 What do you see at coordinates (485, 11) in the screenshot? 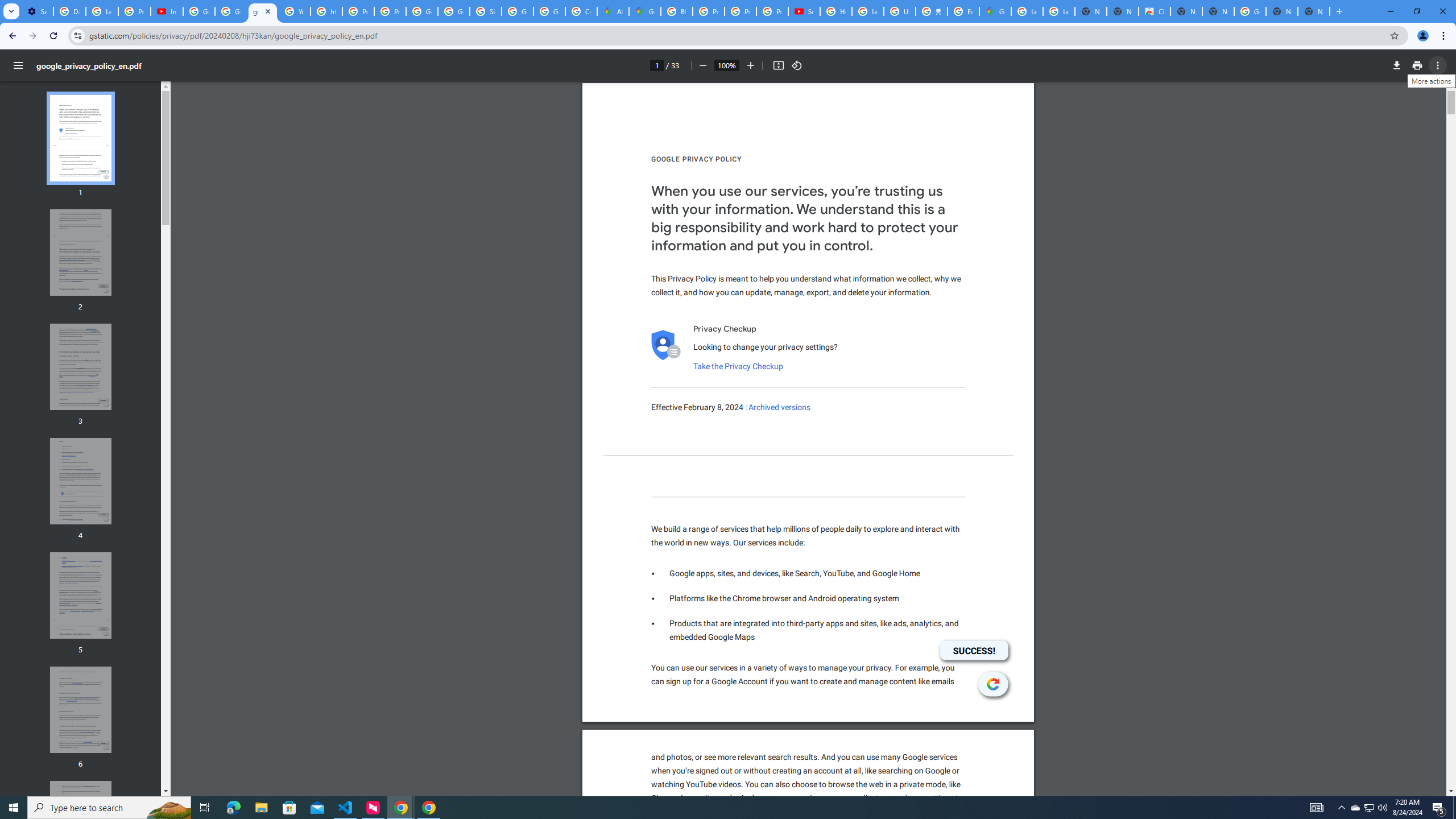
I see `'Sign in - Google Accounts'` at bounding box center [485, 11].